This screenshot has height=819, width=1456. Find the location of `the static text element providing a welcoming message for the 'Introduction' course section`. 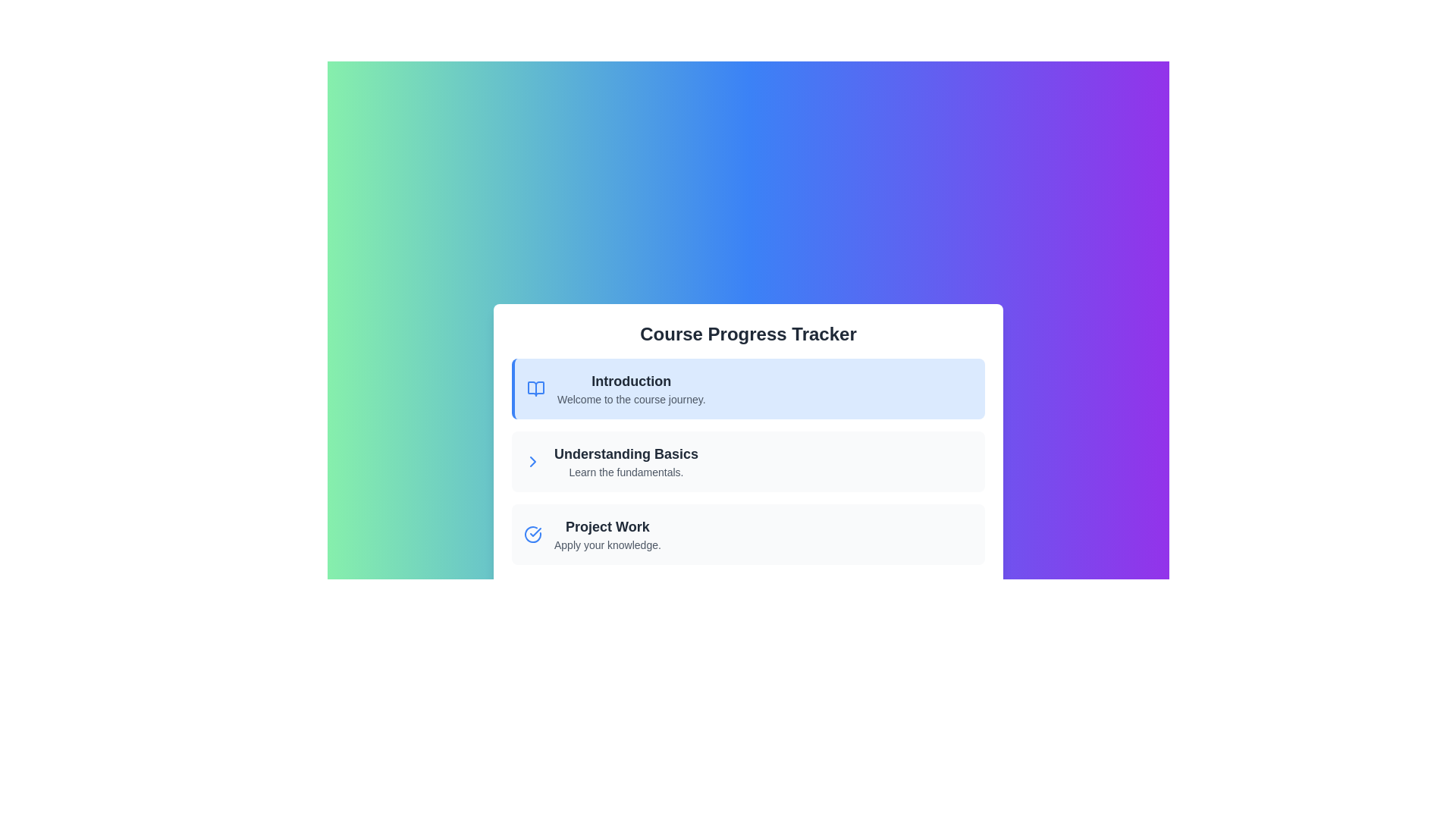

the static text element providing a welcoming message for the 'Introduction' course section is located at coordinates (631, 399).